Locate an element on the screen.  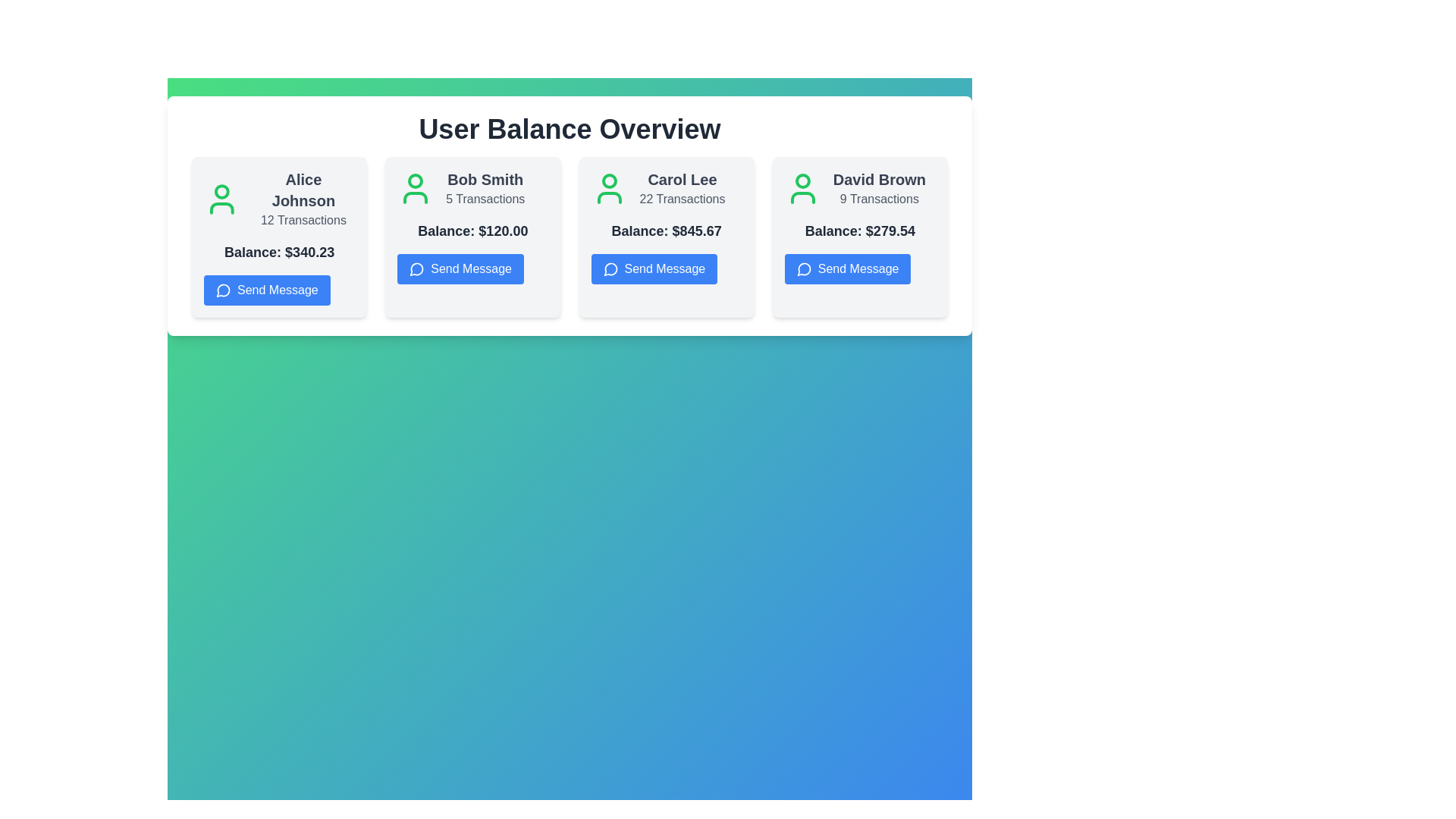
the small circular blue speech bubble icon within the 'Send Message' button located in Bob Smith's card is located at coordinates (416, 268).